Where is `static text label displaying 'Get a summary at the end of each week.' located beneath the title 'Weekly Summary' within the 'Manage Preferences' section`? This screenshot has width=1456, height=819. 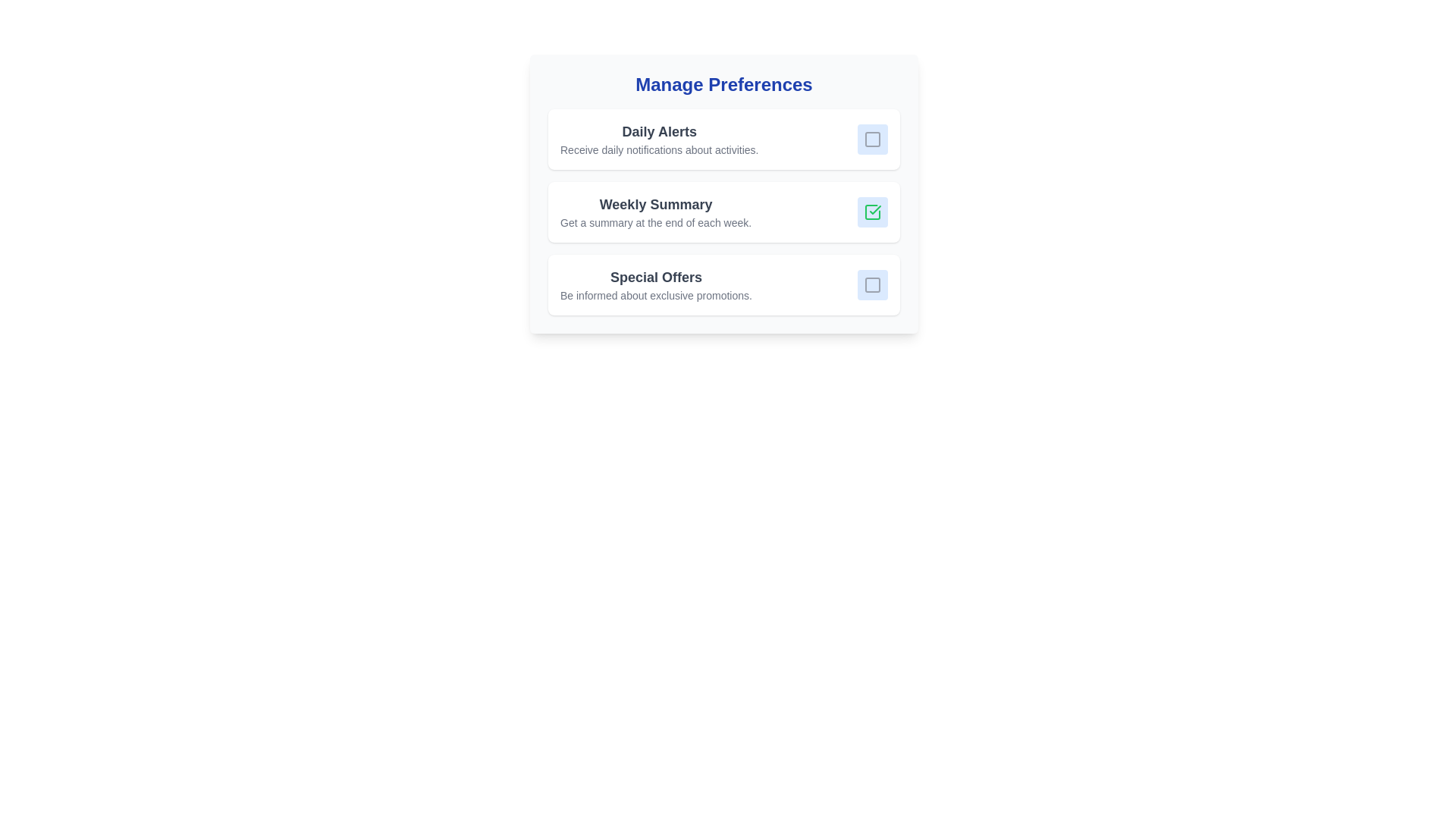 static text label displaying 'Get a summary at the end of each week.' located beneath the title 'Weekly Summary' within the 'Manage Preferences' section is located at coordinates (656, 222).